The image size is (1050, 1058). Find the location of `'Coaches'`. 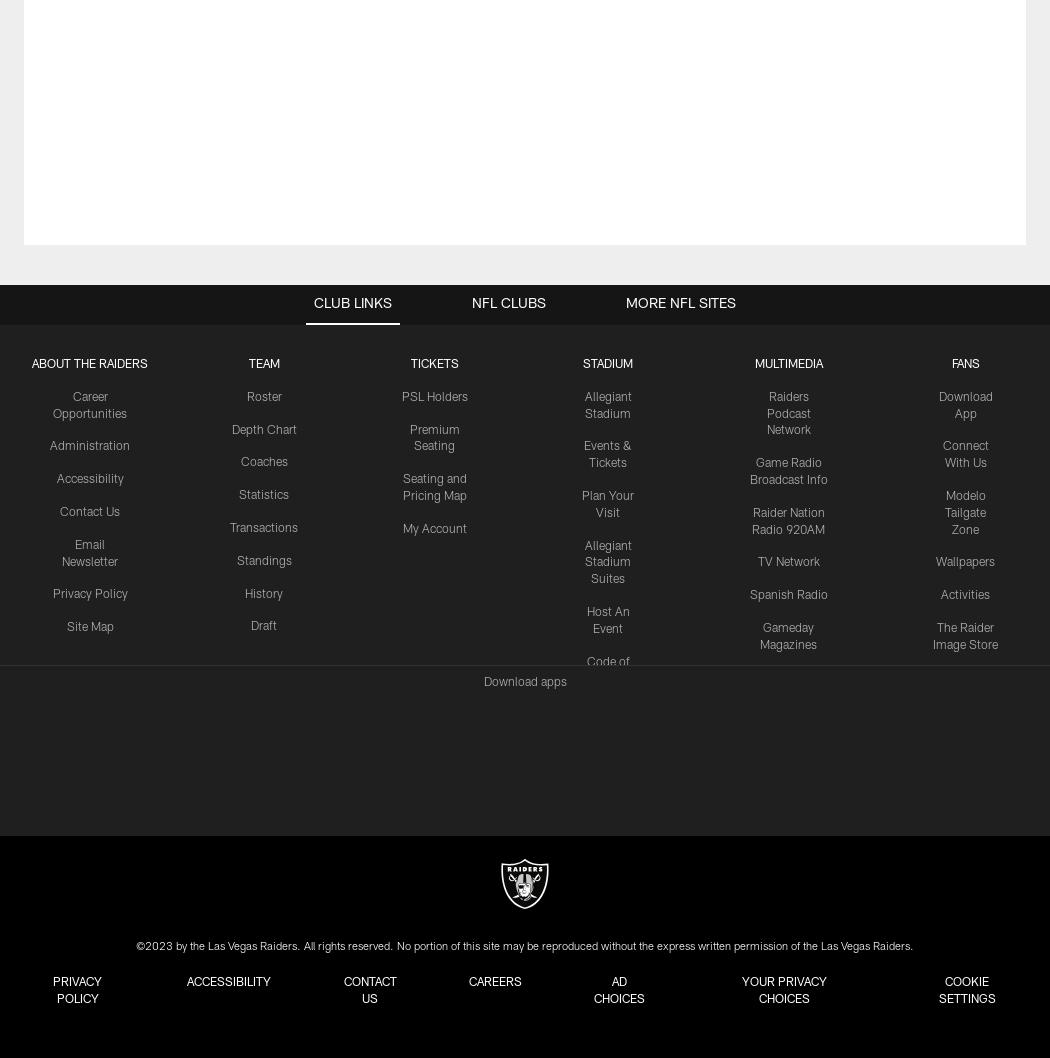

'Coaches' is located at coordinates (262, 461).